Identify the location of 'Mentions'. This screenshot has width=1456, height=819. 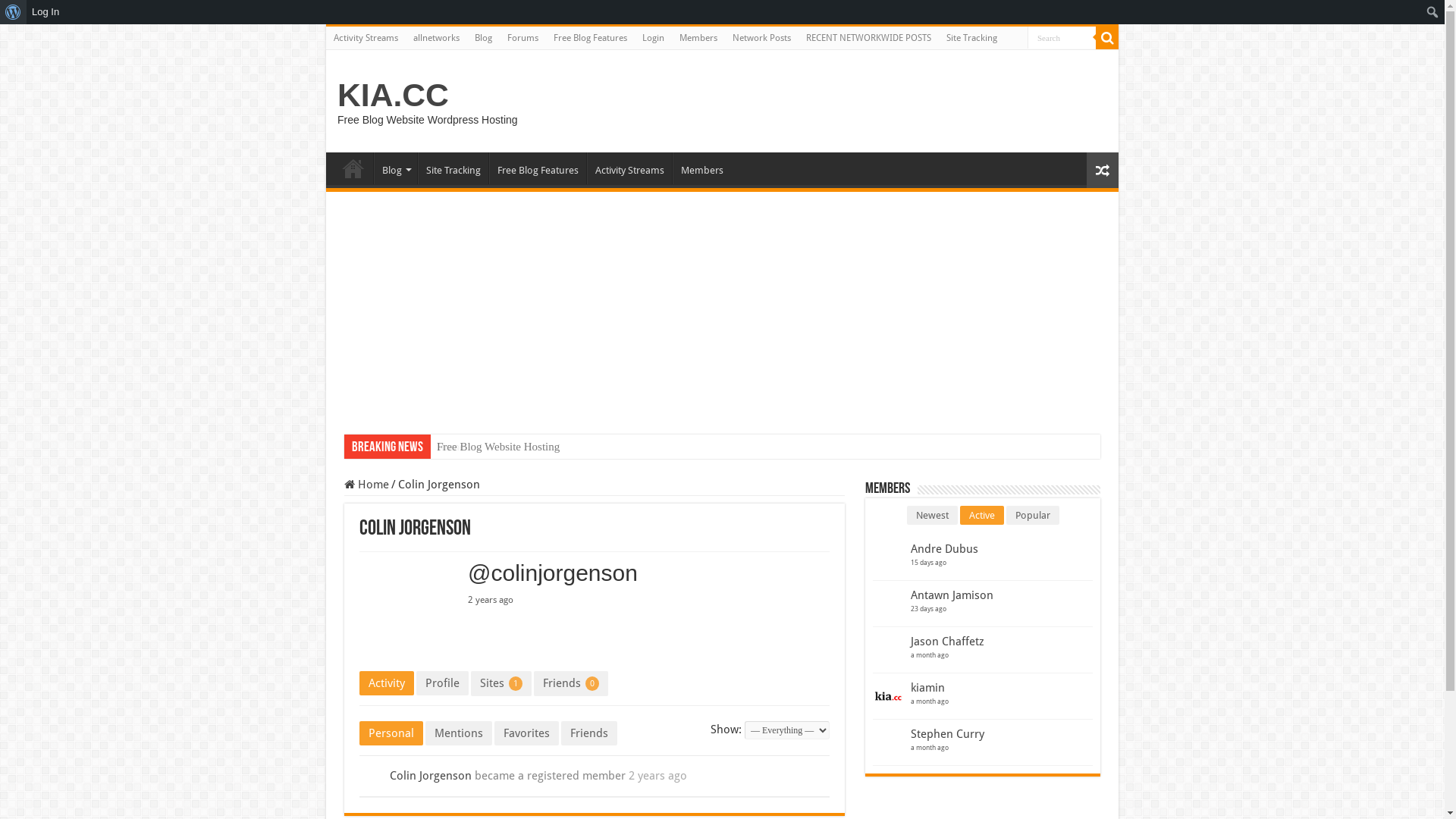
(457, 733).